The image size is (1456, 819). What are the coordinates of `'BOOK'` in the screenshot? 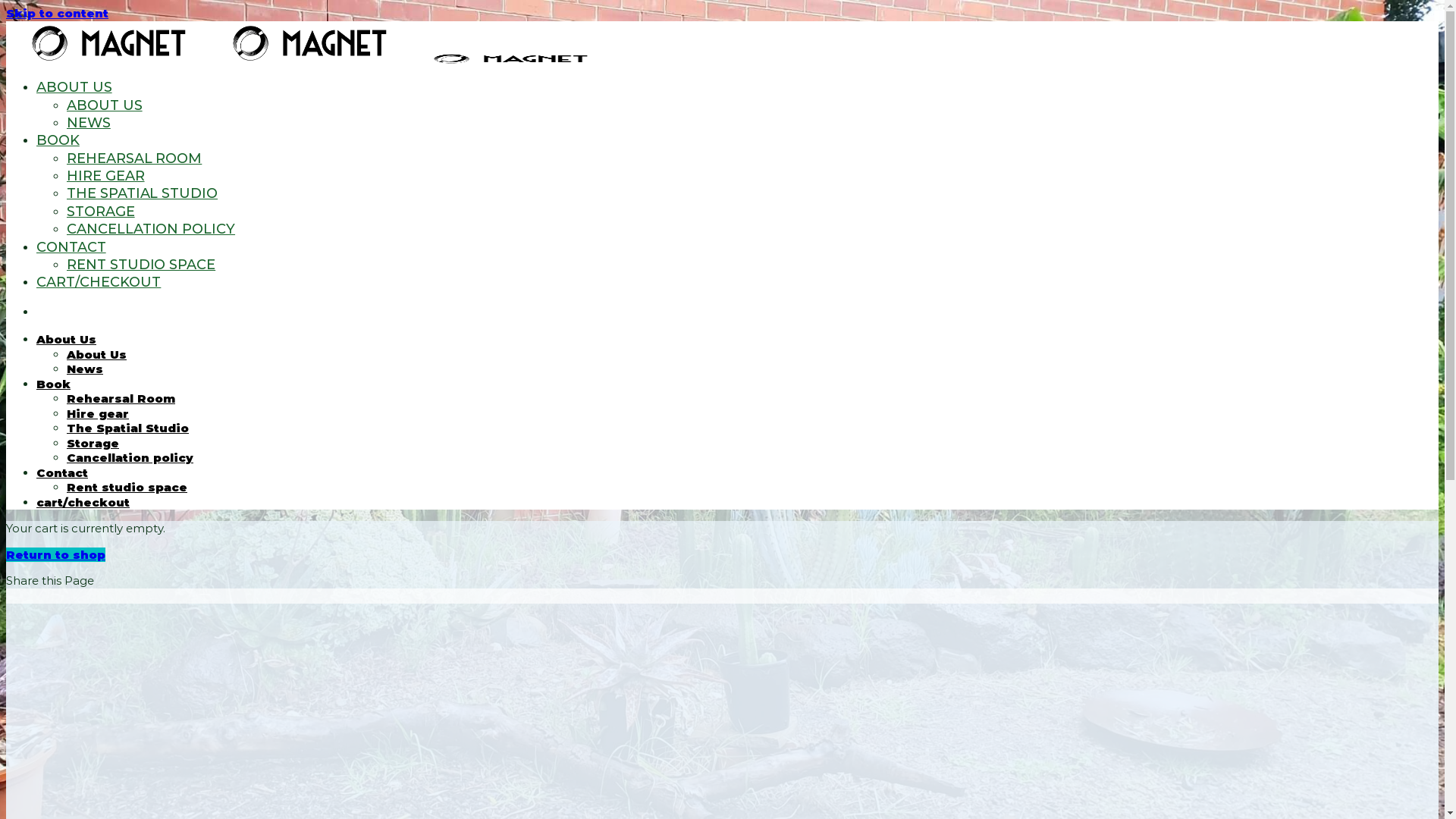 It's located at (58, 140).